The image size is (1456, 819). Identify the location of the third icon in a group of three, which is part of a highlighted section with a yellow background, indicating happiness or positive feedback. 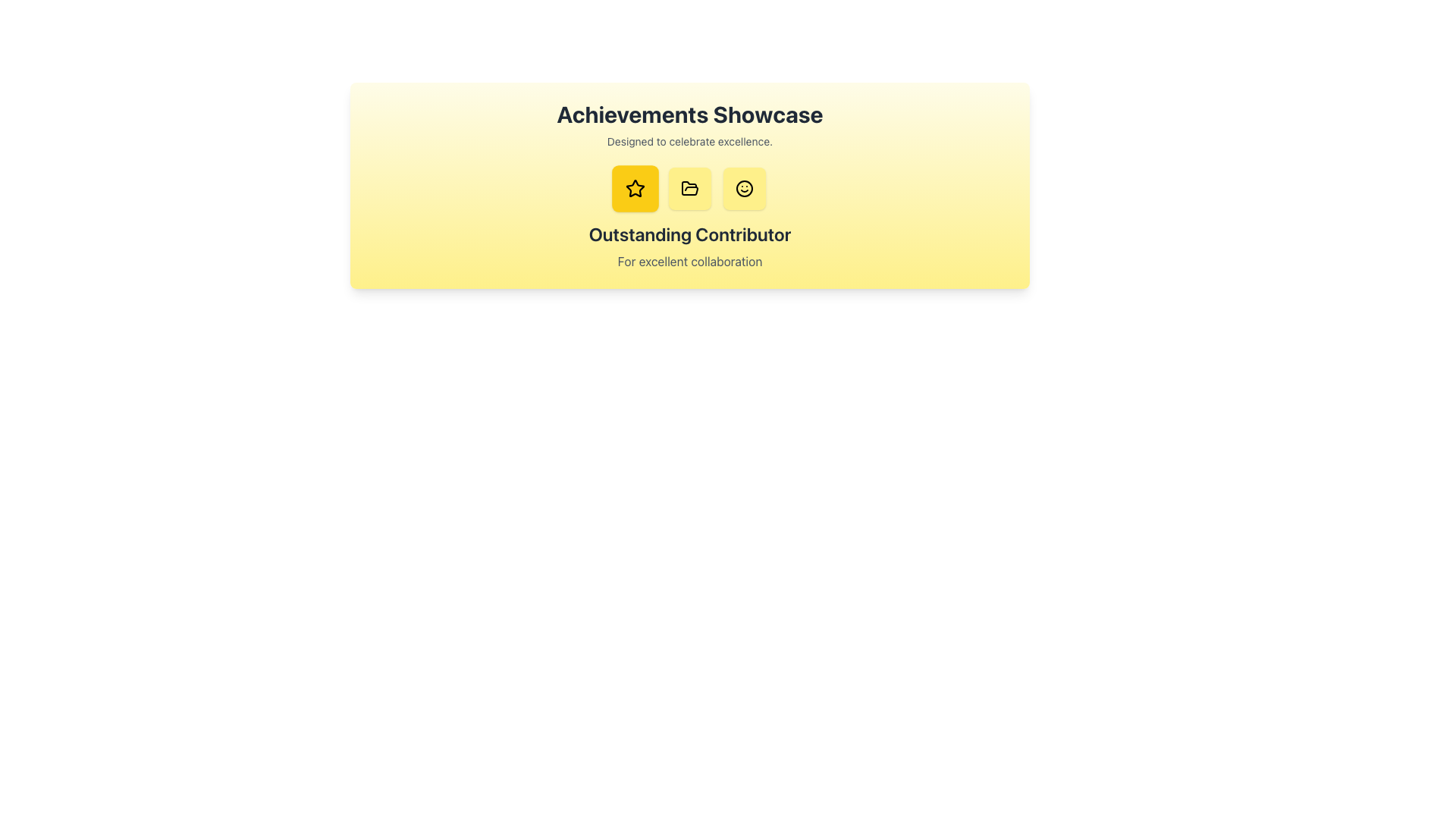
(745, 188).